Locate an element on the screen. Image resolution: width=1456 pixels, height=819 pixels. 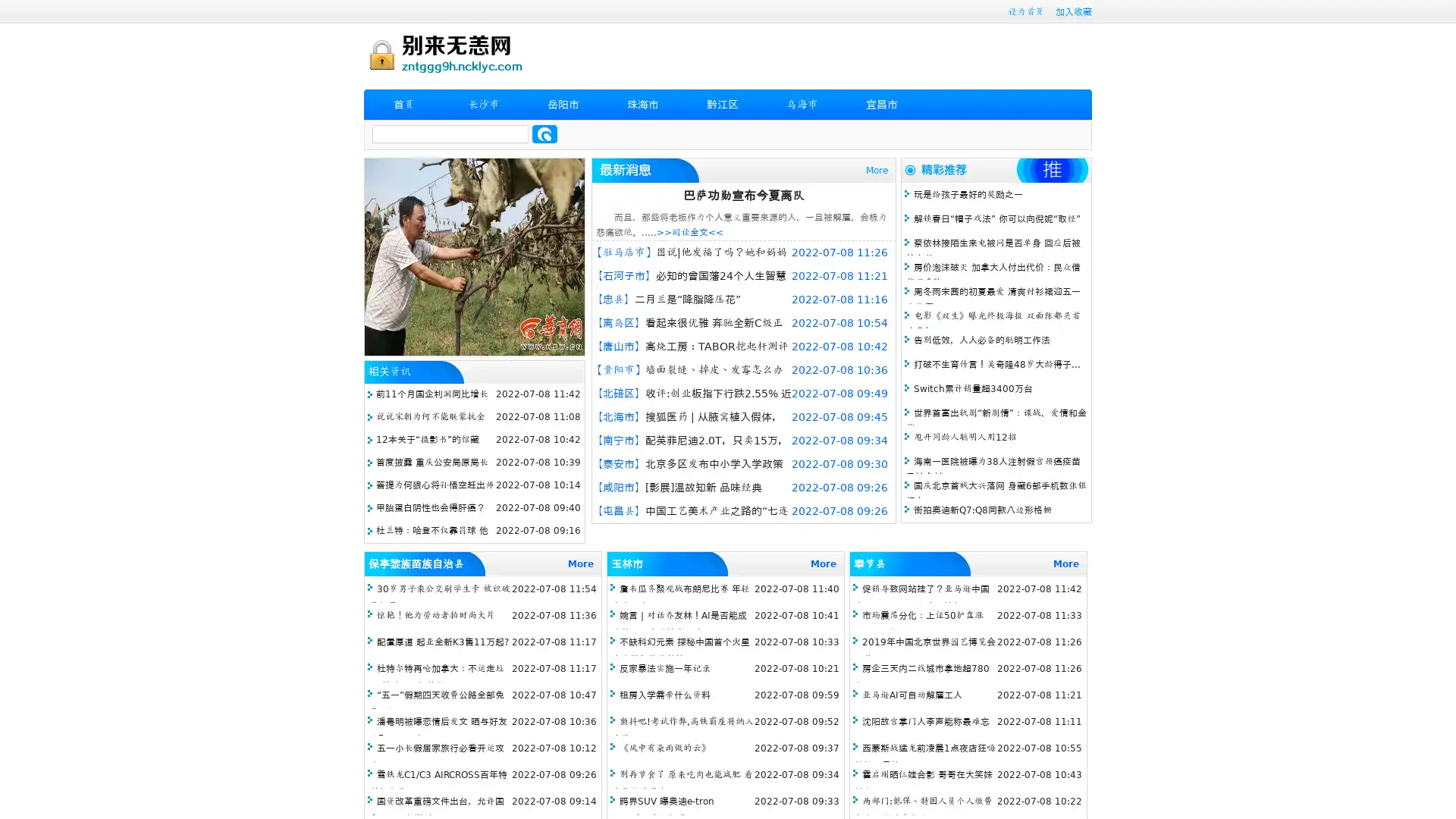
Search is located at coordinates (544, 133).